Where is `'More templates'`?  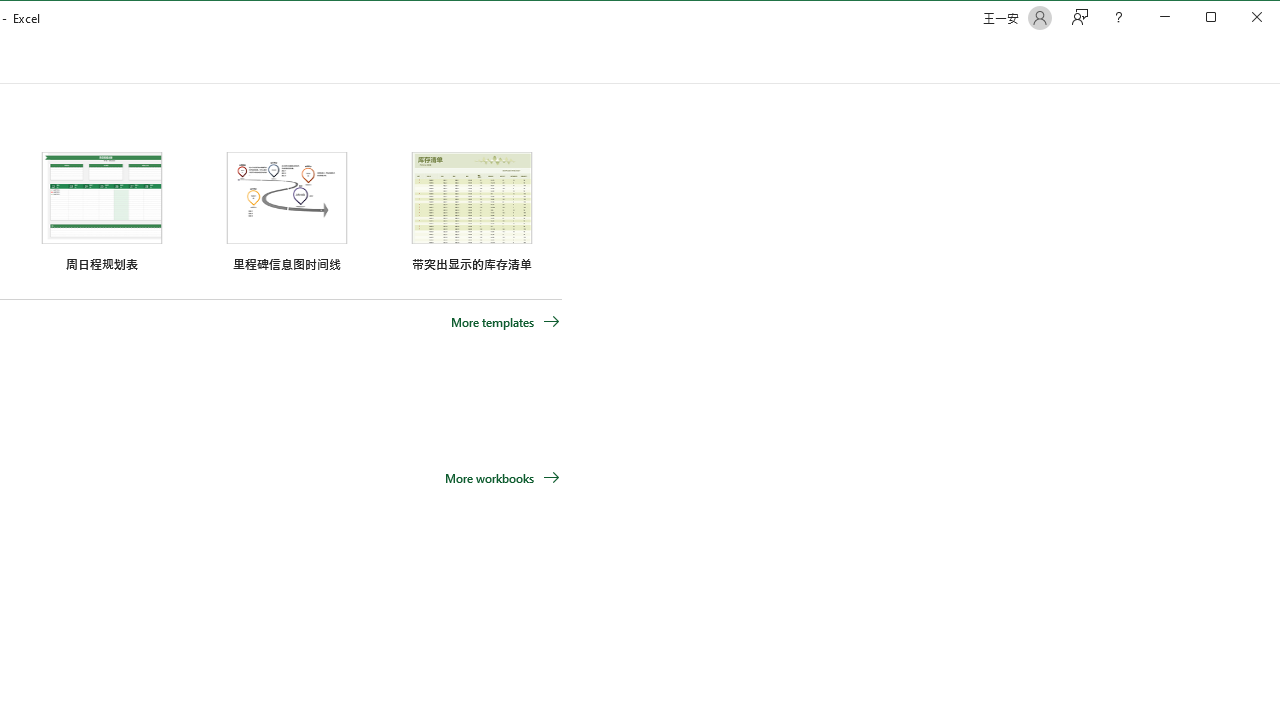 'More templates' is located at coordinates (505, 320).